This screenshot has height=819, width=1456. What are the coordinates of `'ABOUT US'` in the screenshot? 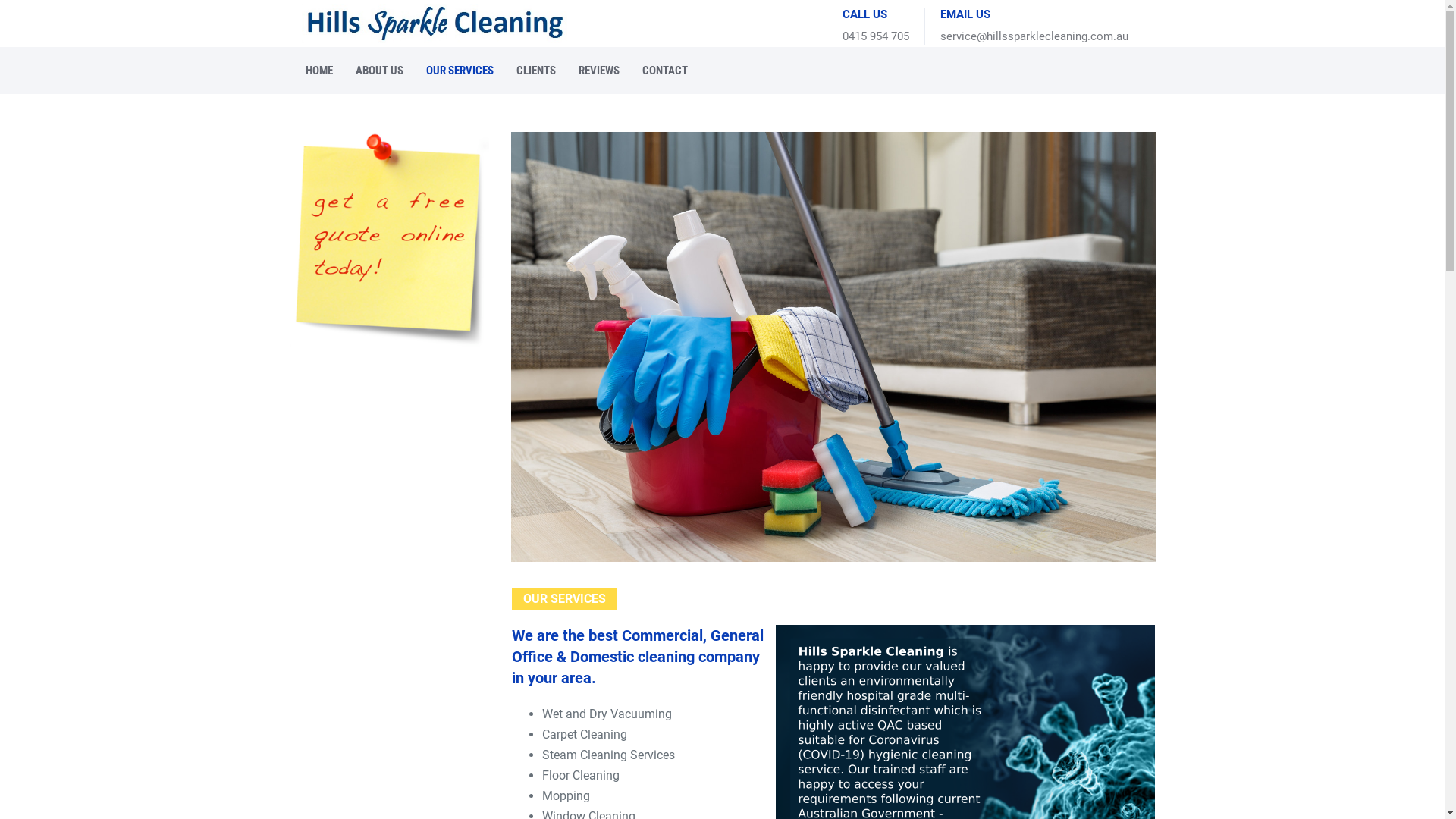 It's located at (379, 70).